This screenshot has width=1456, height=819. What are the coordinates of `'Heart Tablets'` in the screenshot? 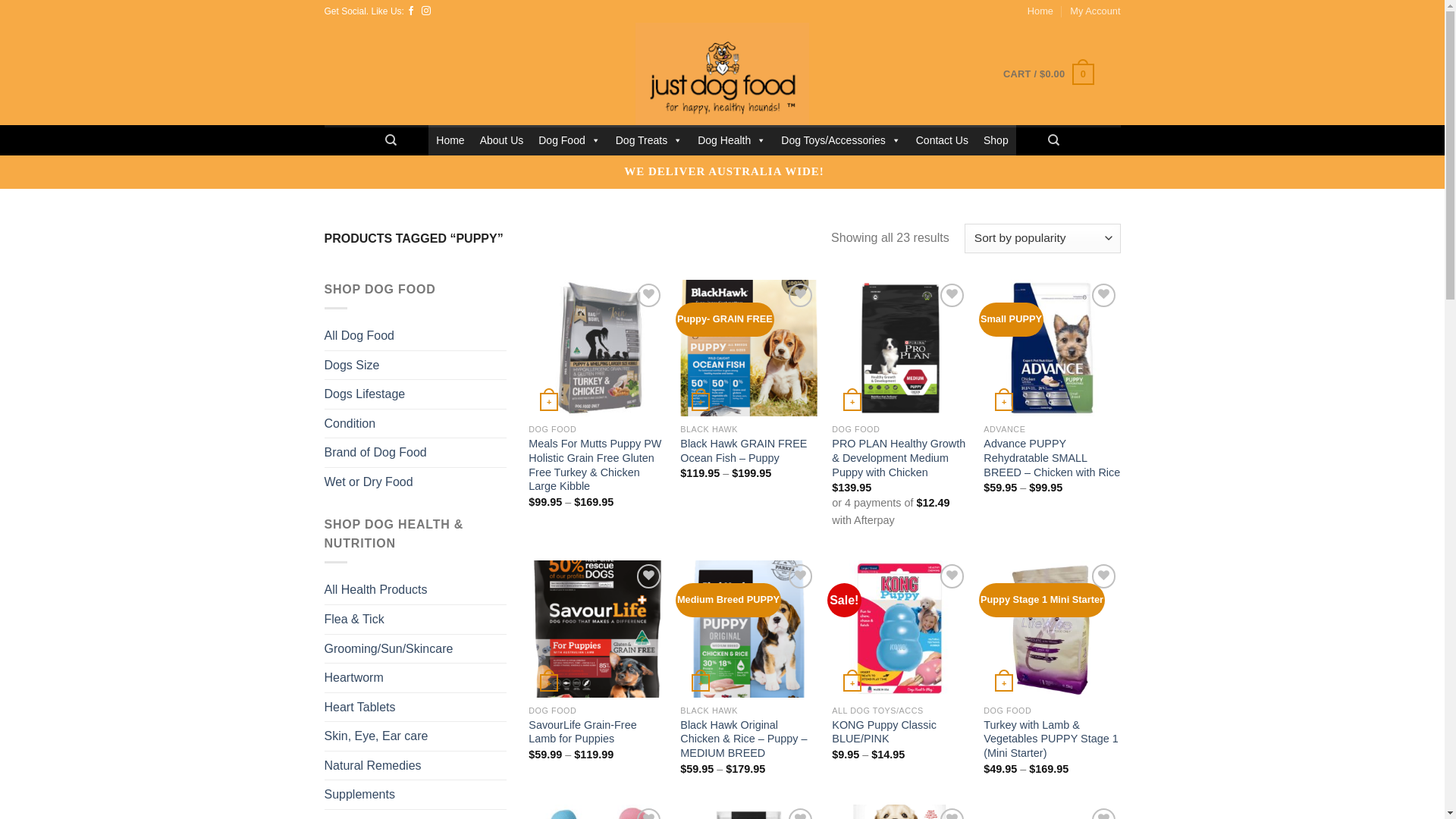 It's located at (323, 708).